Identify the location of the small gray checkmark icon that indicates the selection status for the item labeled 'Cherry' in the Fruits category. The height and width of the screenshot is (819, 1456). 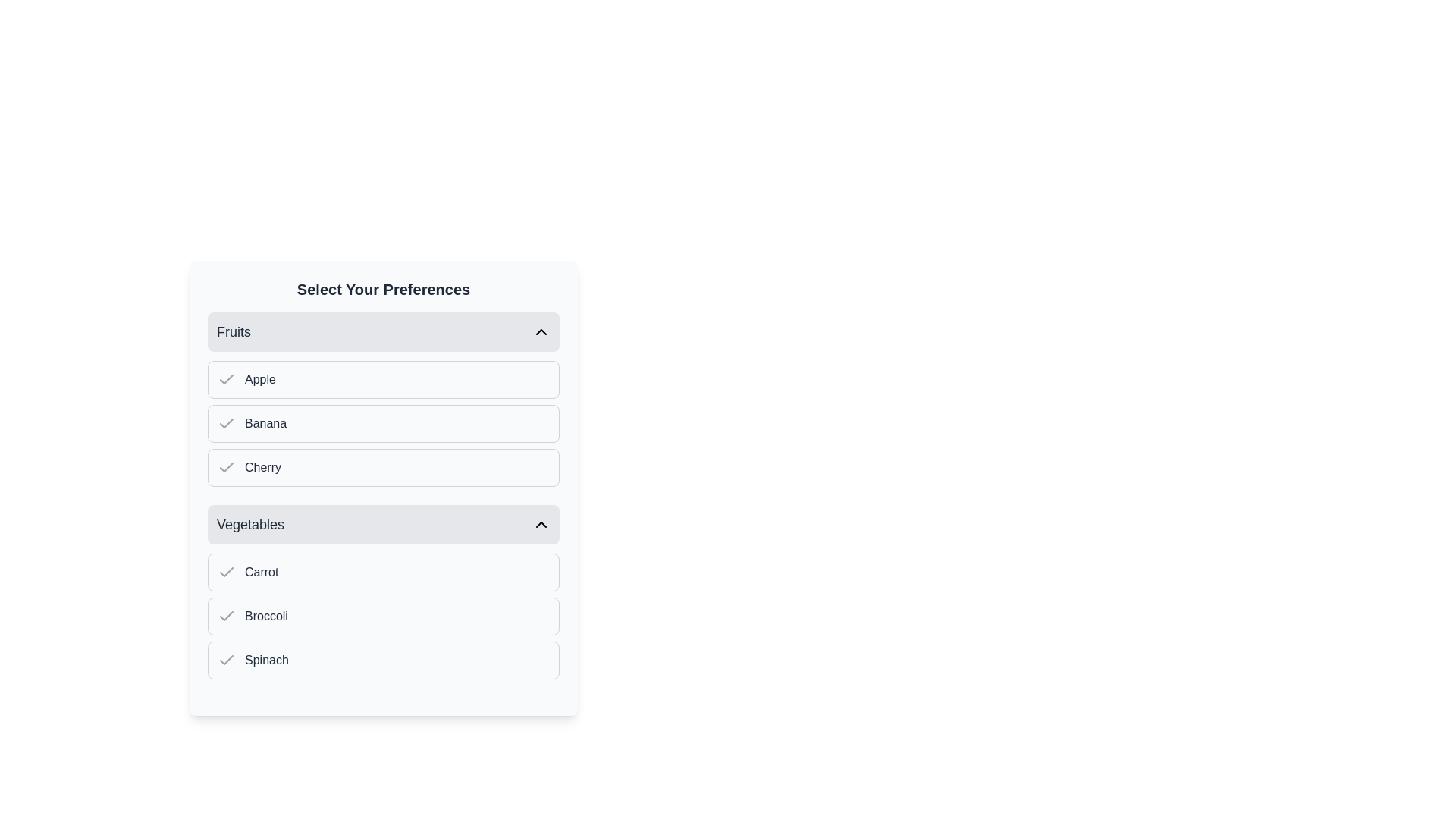
(225, 467).